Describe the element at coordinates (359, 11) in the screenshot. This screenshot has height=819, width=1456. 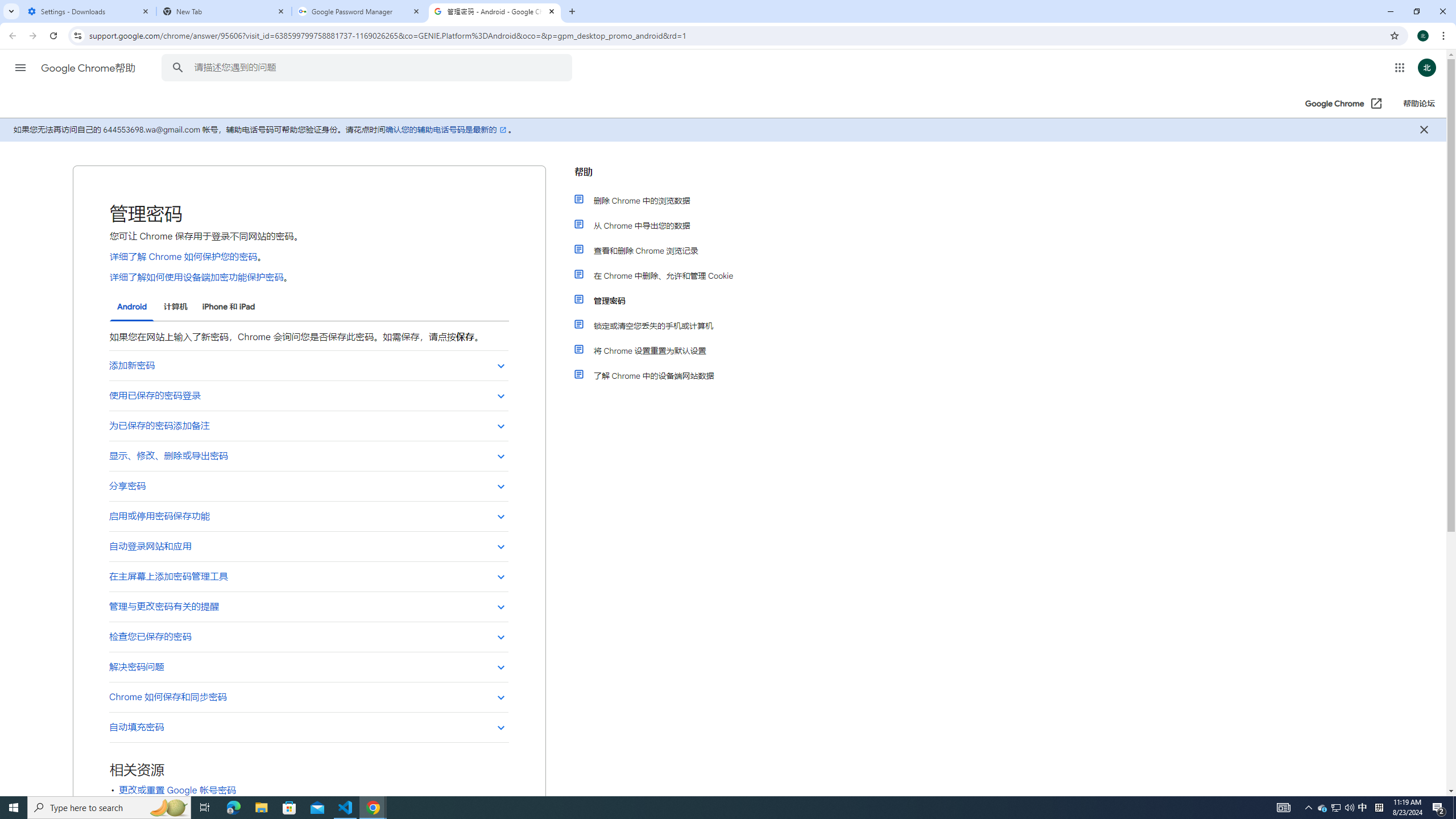
I see `'Google Password Manager'` at that location.